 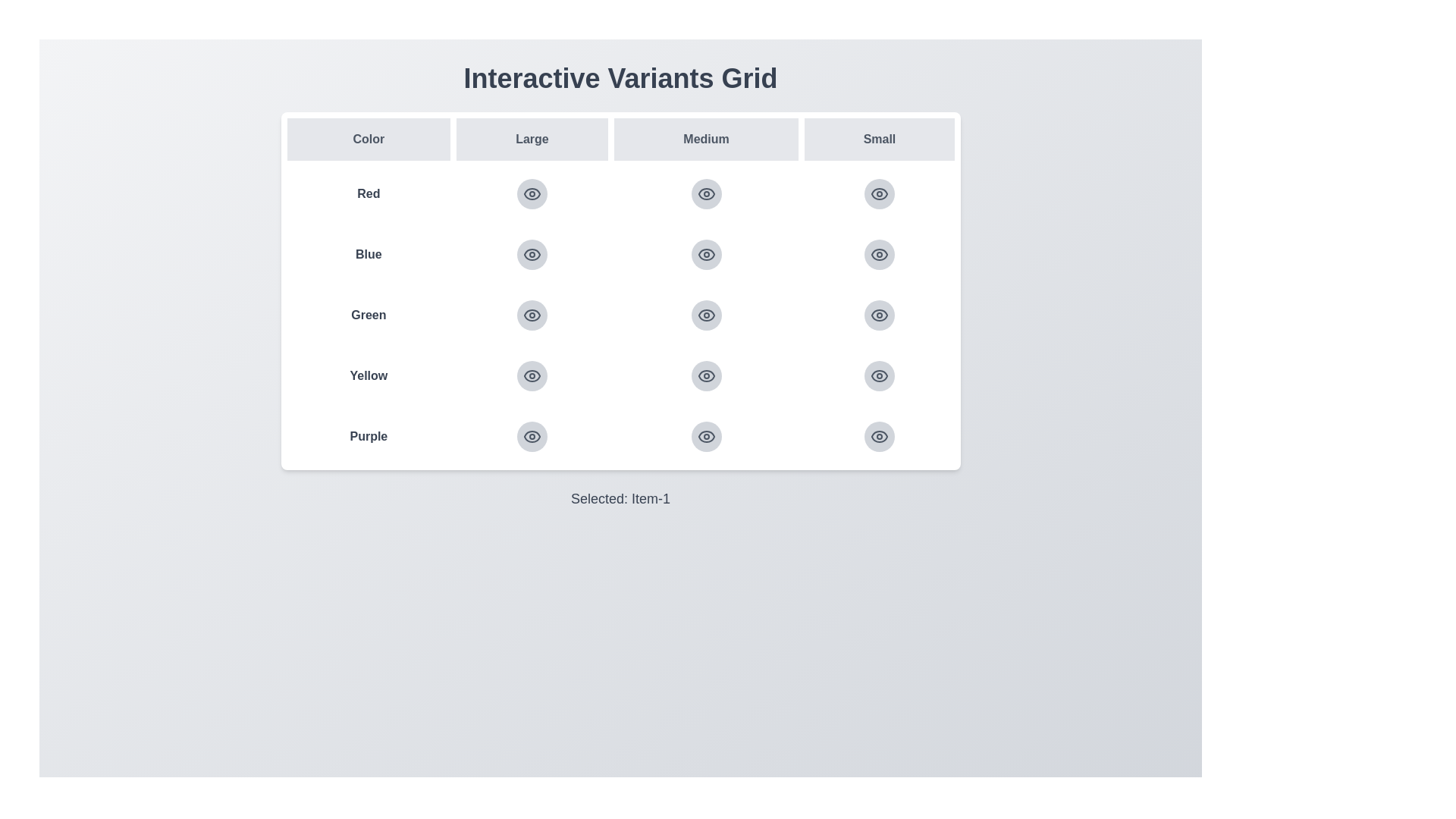 What do you see at coordinates (532, 253) in the screenshot?
I see `the circular icon button with a gray background and eye-like graphic` at bounding box center [532, 253].